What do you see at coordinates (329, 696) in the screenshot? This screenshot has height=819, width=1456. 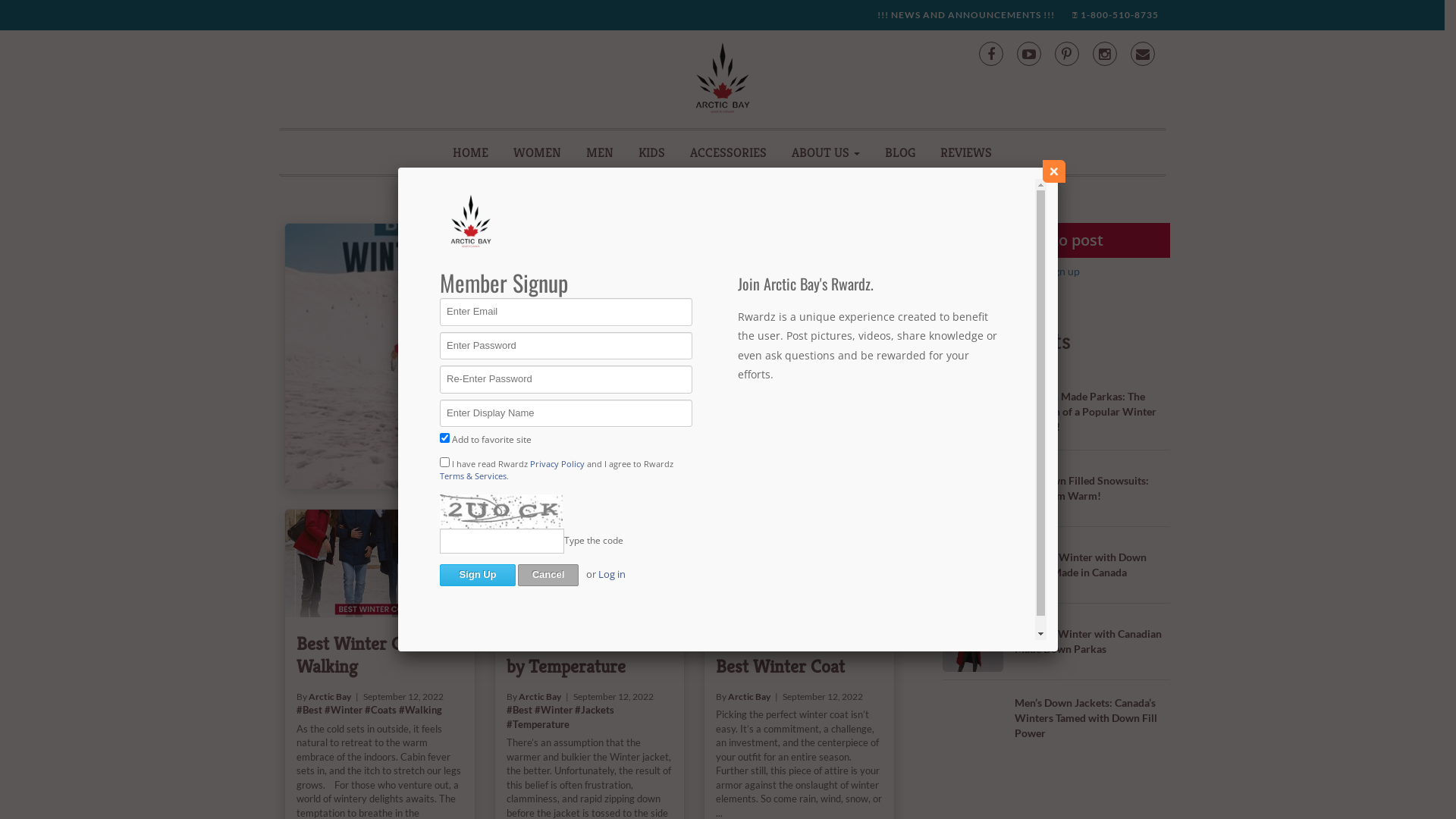 I see `'Arctic Bay'` at bounding box center [329, 696].